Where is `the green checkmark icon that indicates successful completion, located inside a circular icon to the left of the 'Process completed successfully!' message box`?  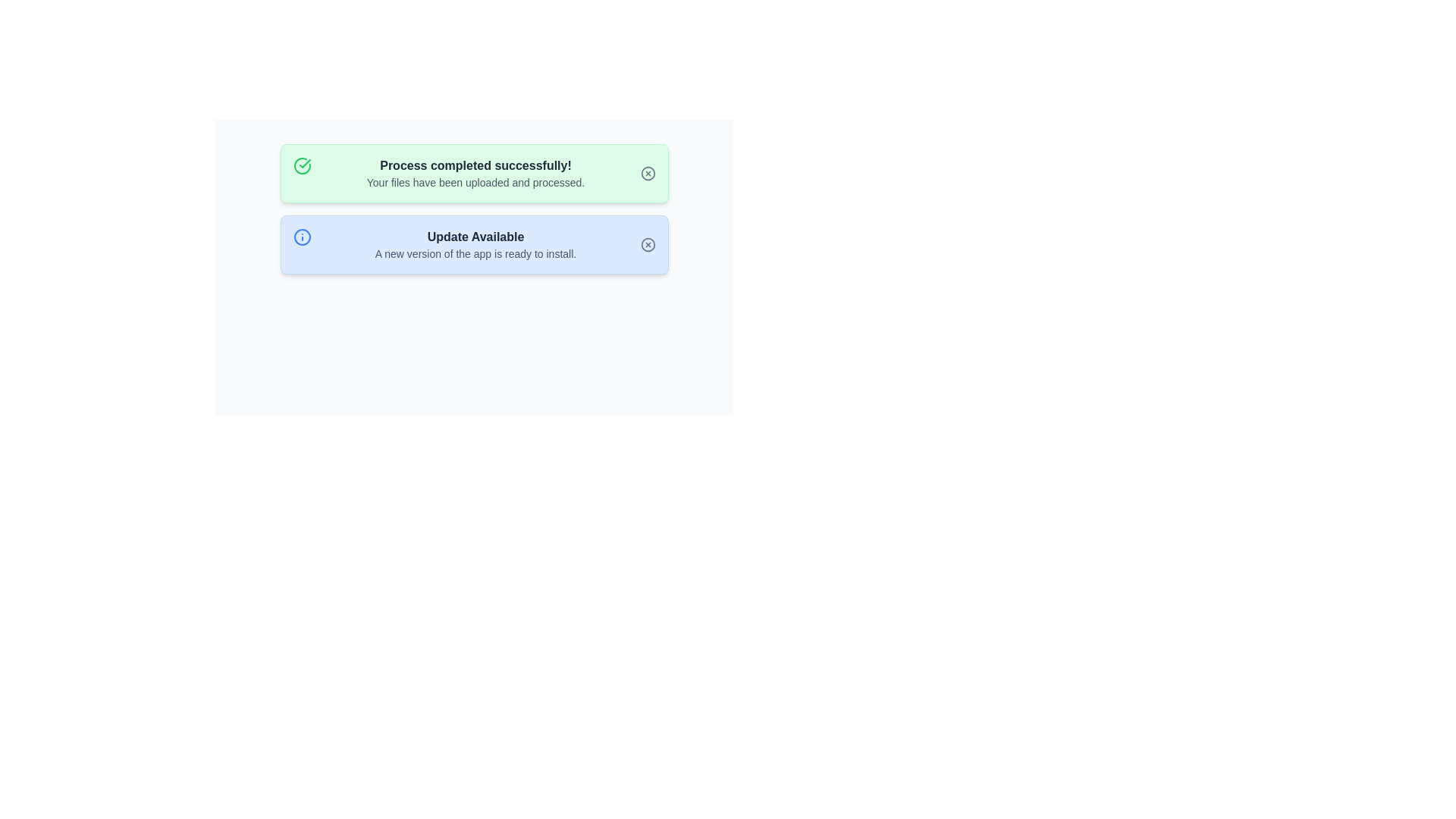
the green checkmark icon that indicates successful completion, located inside a circular icon to the left of the 'Process completed successfully!' message box is located at coordinates (304, 164).